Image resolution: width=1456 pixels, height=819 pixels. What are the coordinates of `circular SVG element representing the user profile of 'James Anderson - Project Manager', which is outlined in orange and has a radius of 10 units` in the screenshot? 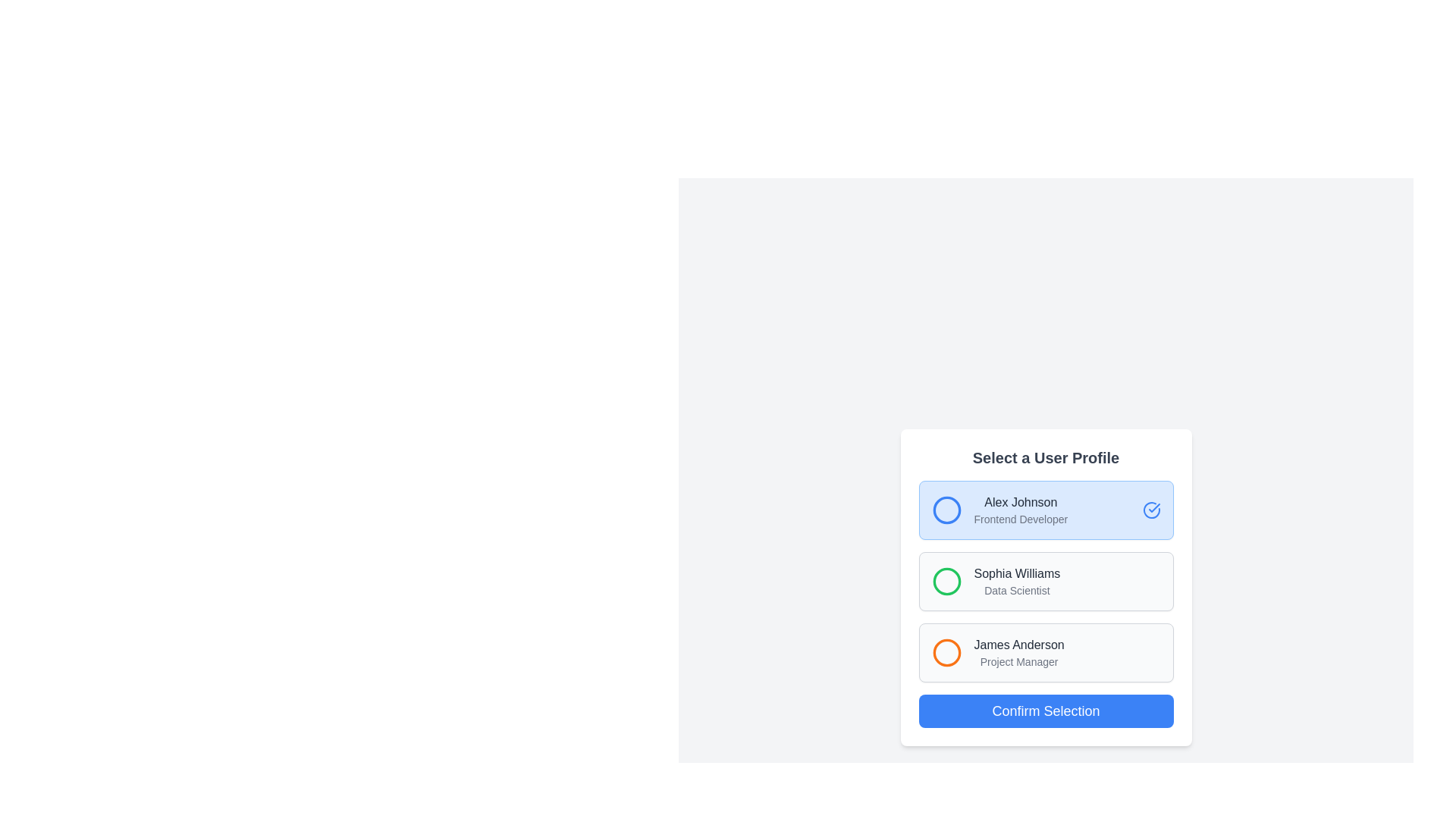 It's located at (946, 651).